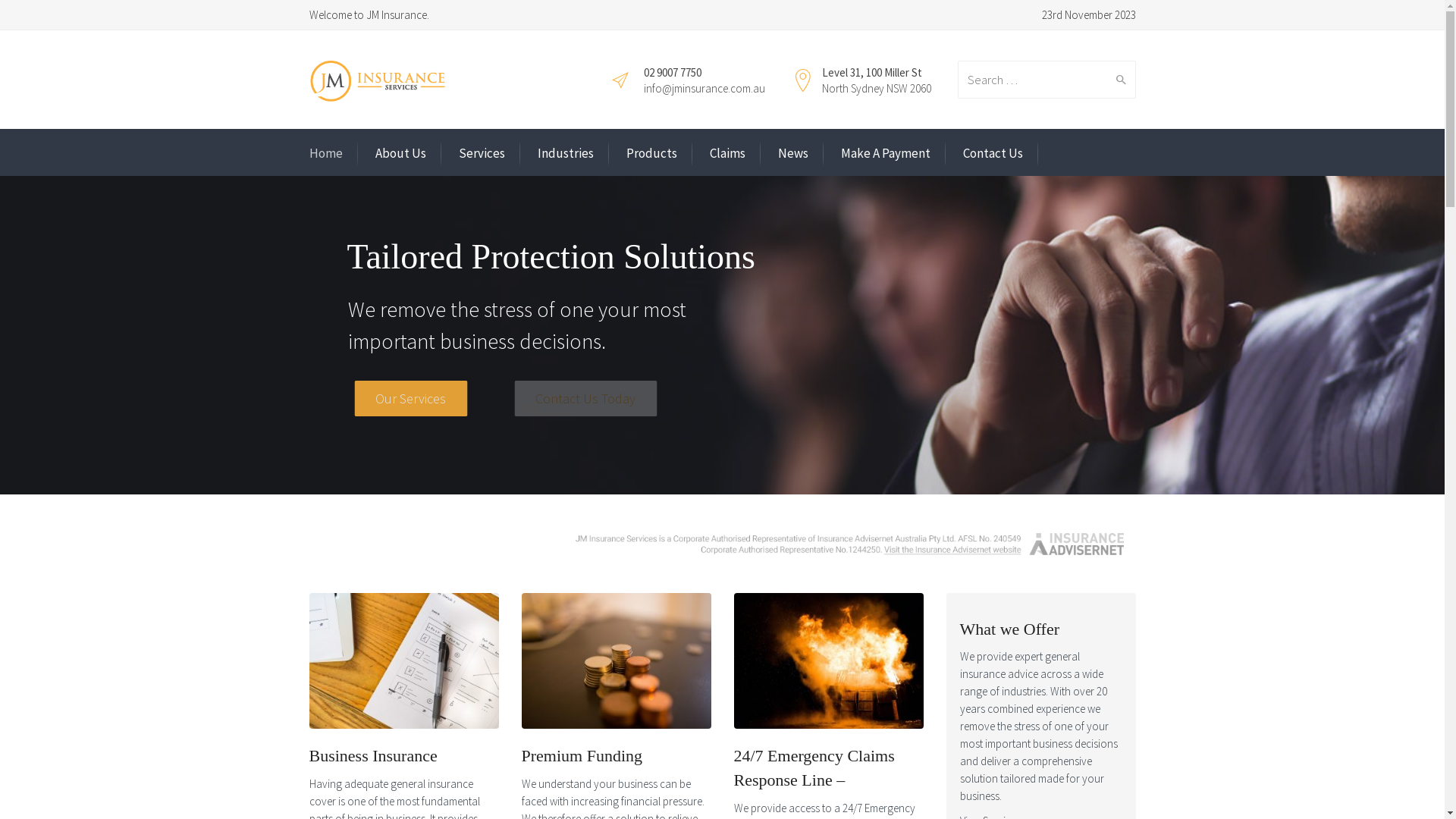 This screenshot has width=1456, height=819. What do you see at coordinates (993, 153) in the screenshot?
I see `'Contact Us'` at bounding box center [993, 153].